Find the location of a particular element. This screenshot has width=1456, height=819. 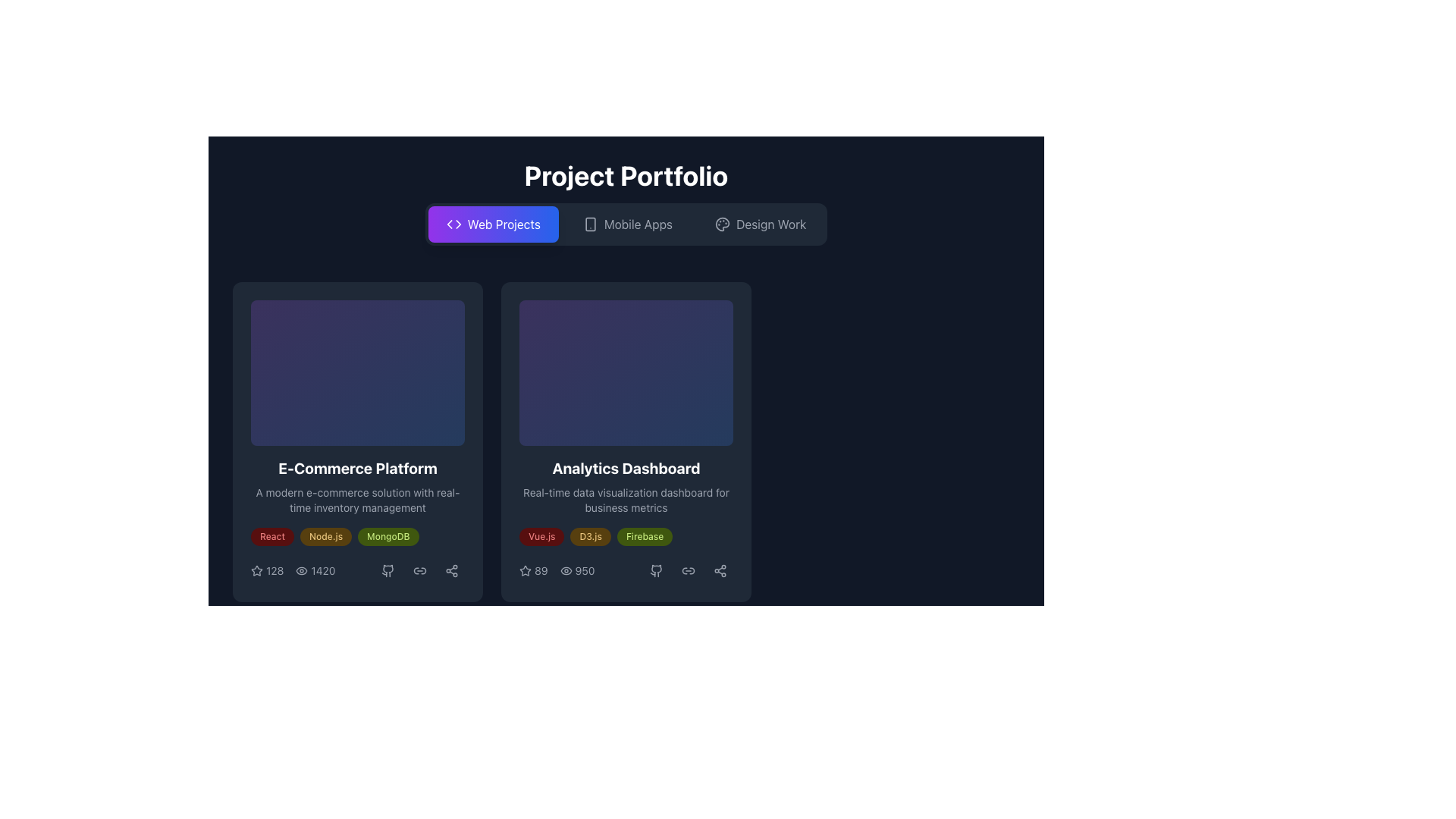

the 'Analytics Dashboard' card element located in the second column of the grid layout is located at coordinates (626, 441).